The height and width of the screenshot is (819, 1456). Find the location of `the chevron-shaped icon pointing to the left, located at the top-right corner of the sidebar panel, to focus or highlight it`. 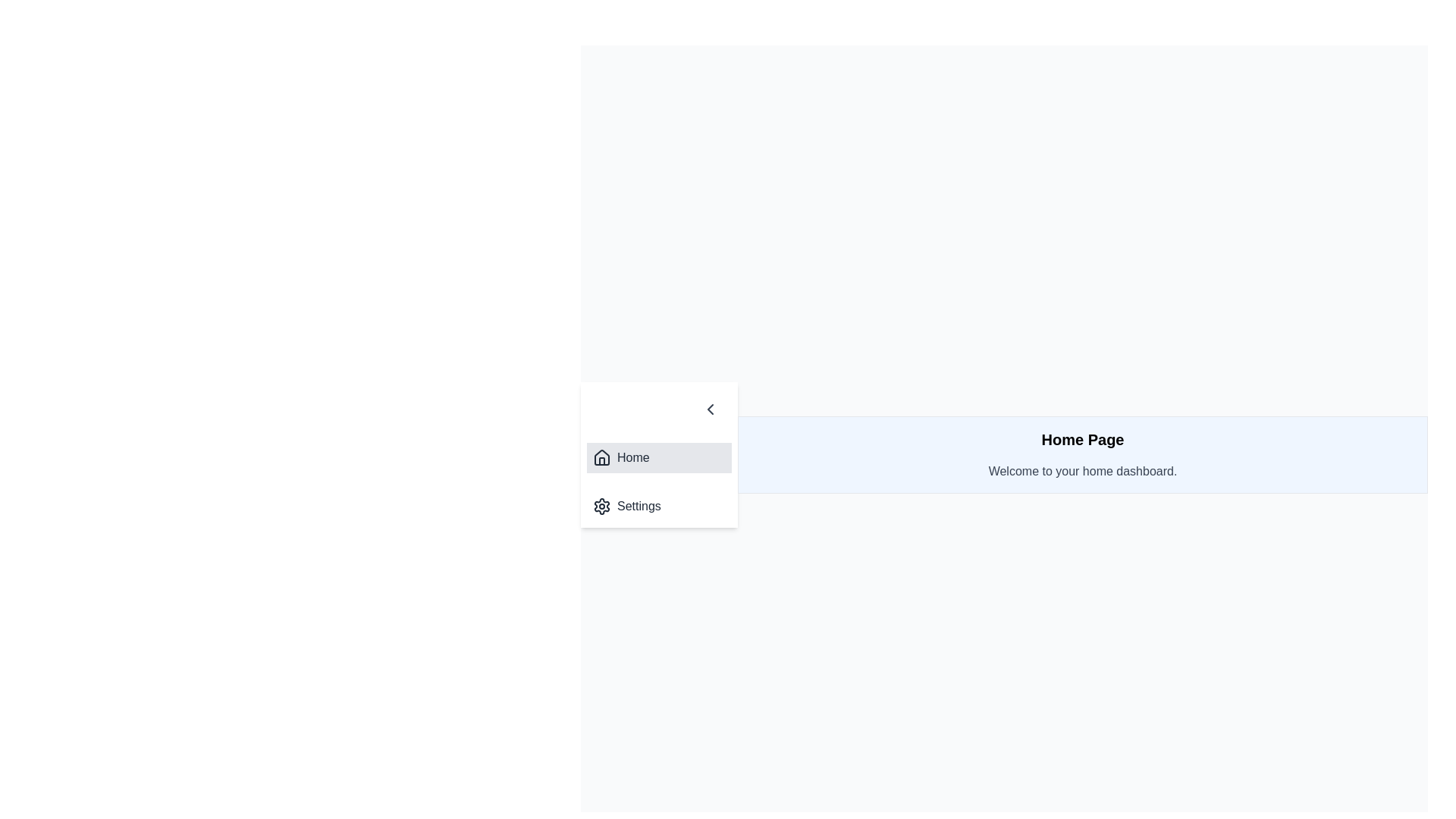

the chevron-shaped icon pointing to the left, located at the top-right corner of the sidebar panel, to focus or highlight it is located at coordinates (710, 409).